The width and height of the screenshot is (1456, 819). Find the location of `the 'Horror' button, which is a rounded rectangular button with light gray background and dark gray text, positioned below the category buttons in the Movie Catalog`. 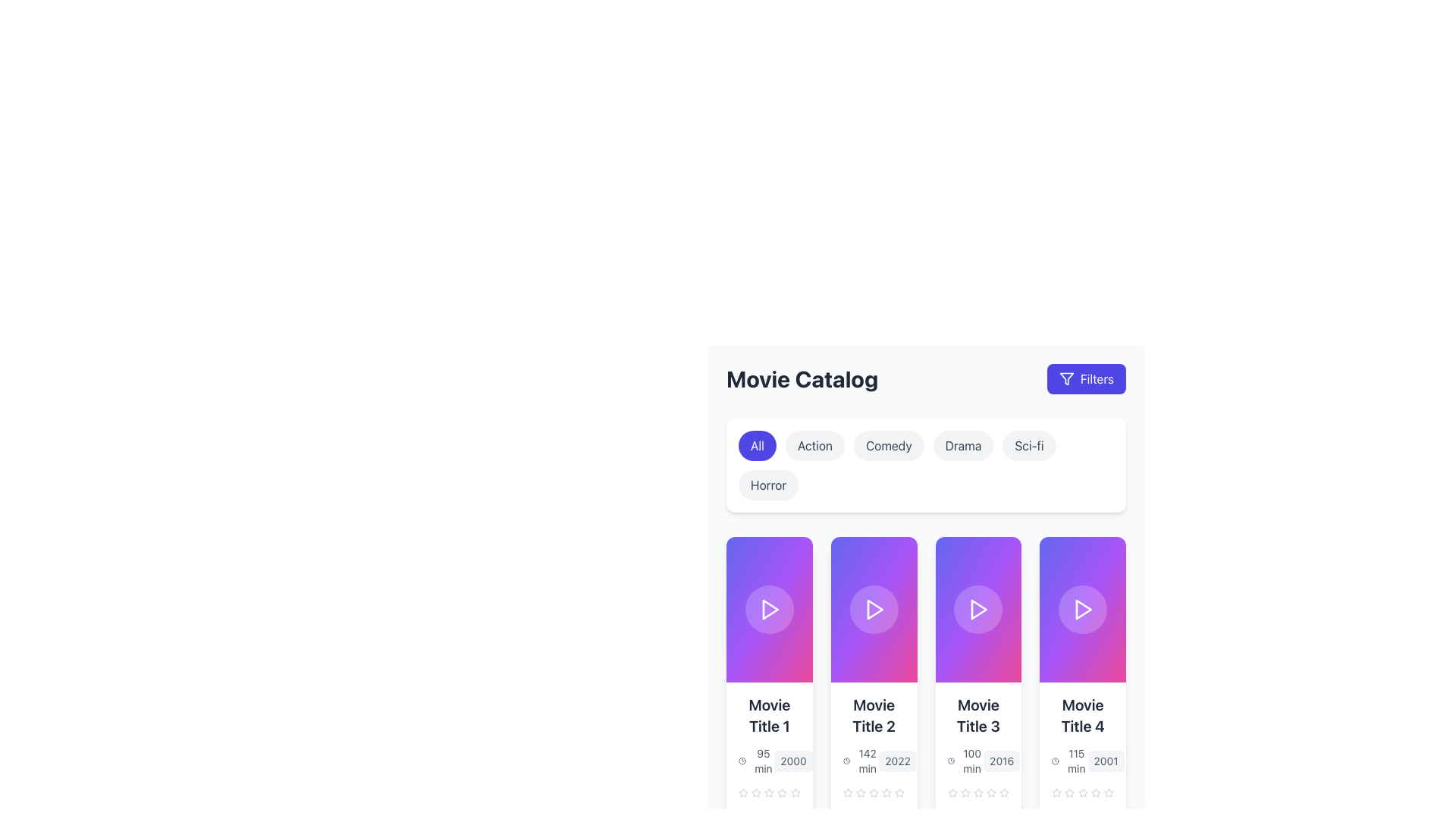

the 'Horror' button, which is a rounded rectangular button with light gray background and dark gray text, positioned below the category buttons in the Movie Catalog is located at coordinates (768, 485).